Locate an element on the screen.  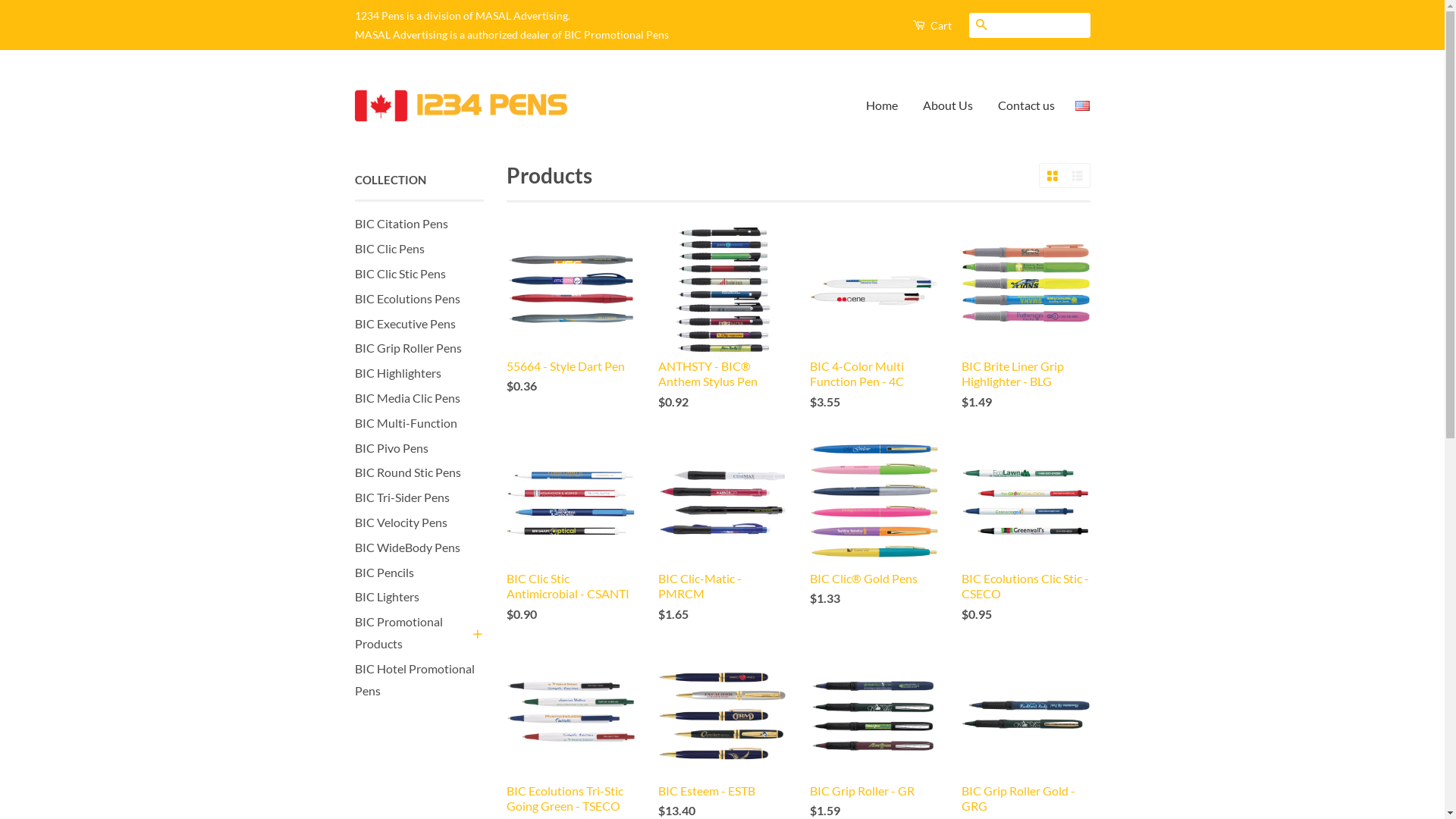
'BIC Clic Stic Pens' is located at coordinates (400, 273).